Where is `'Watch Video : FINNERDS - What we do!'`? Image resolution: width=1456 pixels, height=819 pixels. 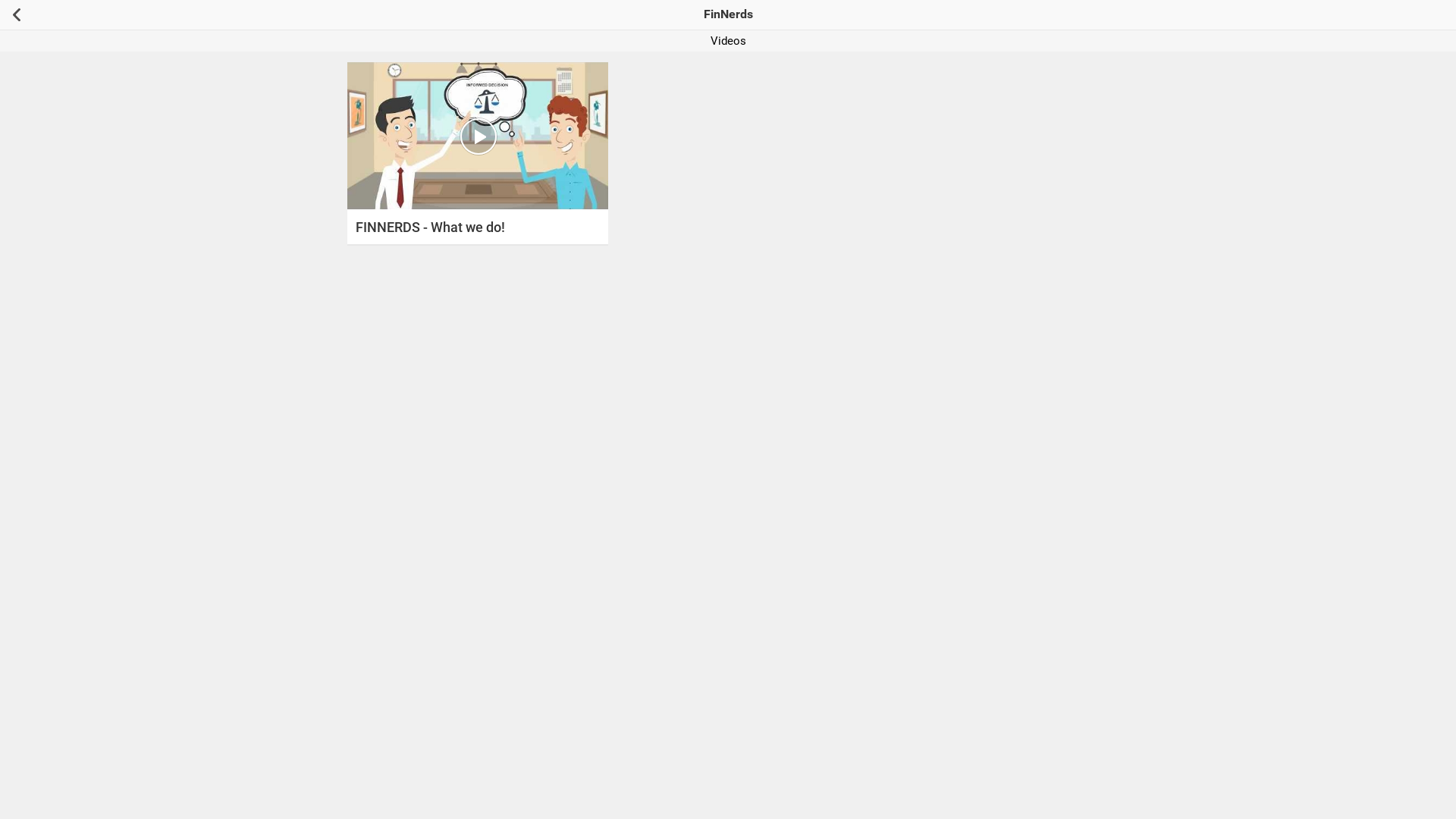 'Watch Video : FINNERDS - What we do!' is located at coordinates (476, 134).